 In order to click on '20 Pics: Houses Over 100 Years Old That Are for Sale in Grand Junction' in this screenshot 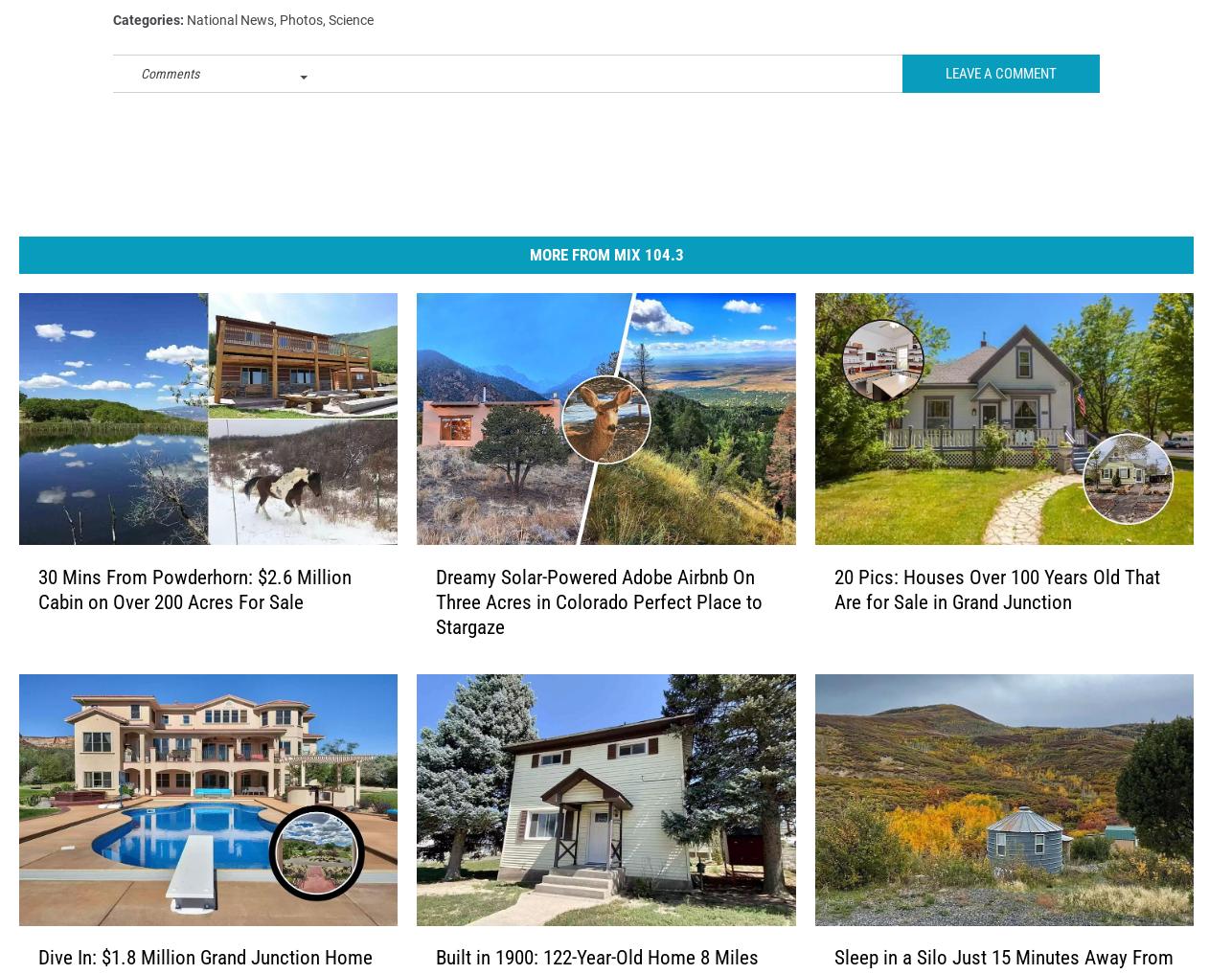, I will do `click(994, 620)`.